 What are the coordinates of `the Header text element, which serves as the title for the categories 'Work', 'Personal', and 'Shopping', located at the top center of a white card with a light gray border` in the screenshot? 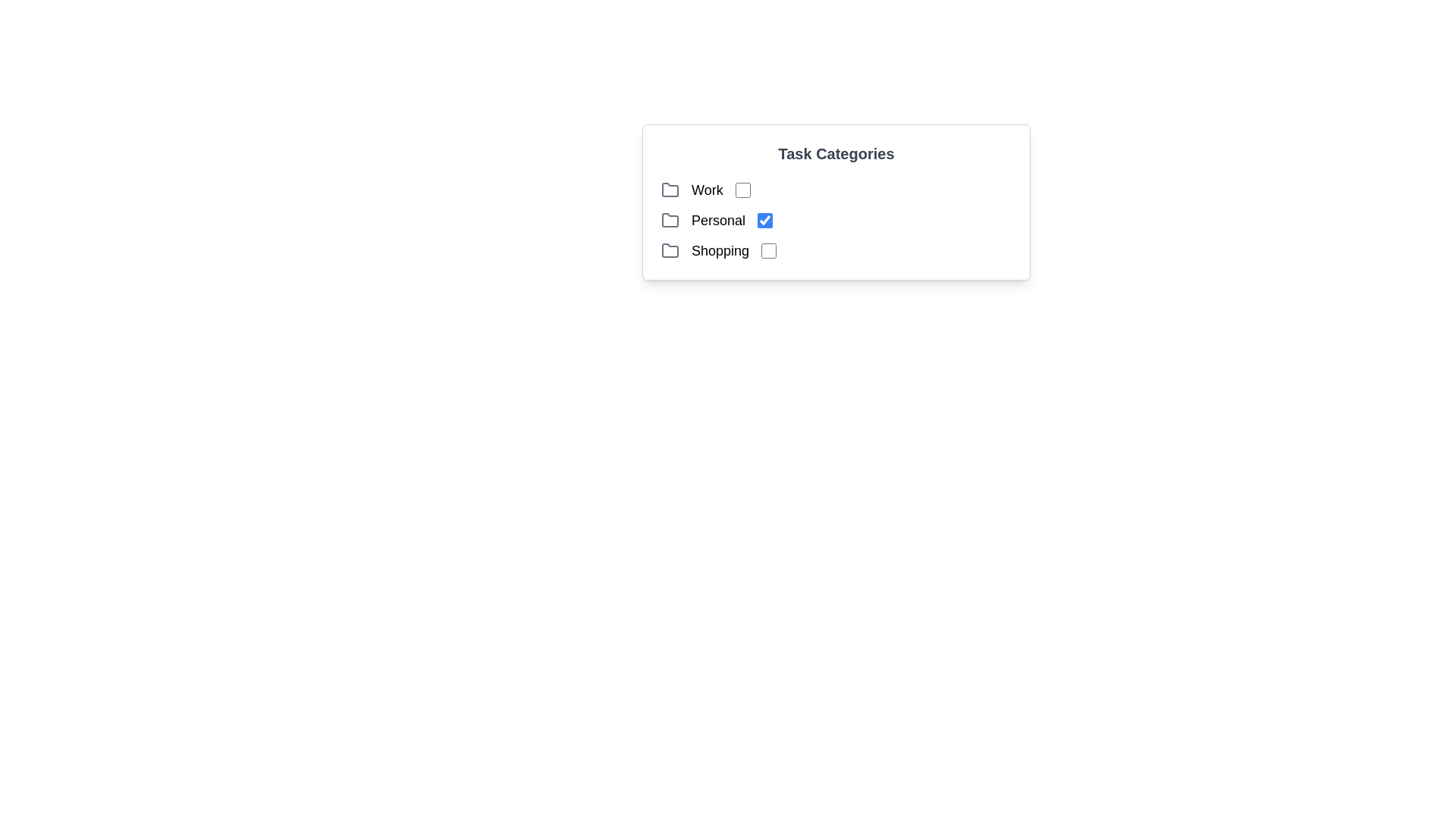 It's located at (836, 154).